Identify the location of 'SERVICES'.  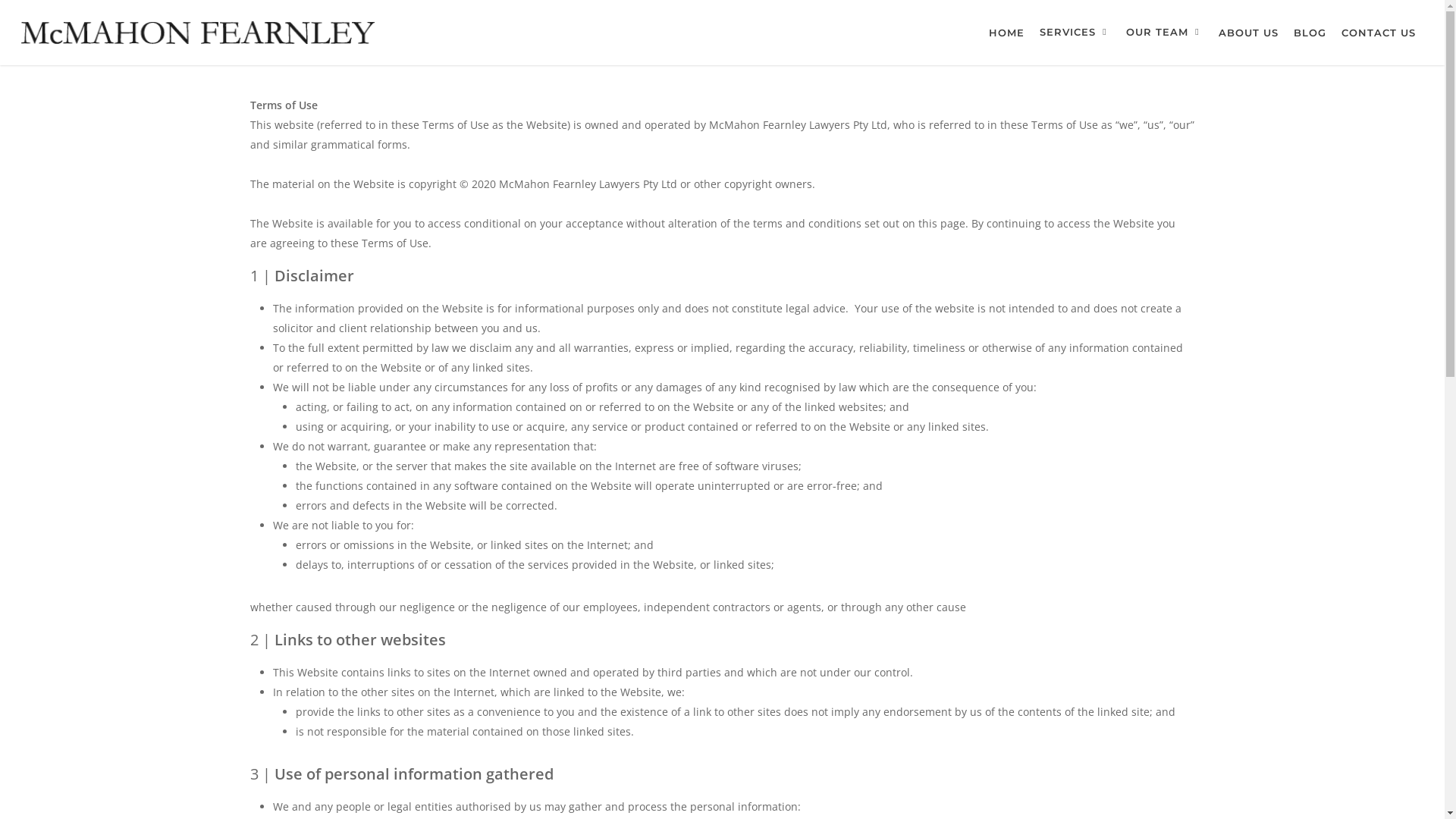
(1074, 32).